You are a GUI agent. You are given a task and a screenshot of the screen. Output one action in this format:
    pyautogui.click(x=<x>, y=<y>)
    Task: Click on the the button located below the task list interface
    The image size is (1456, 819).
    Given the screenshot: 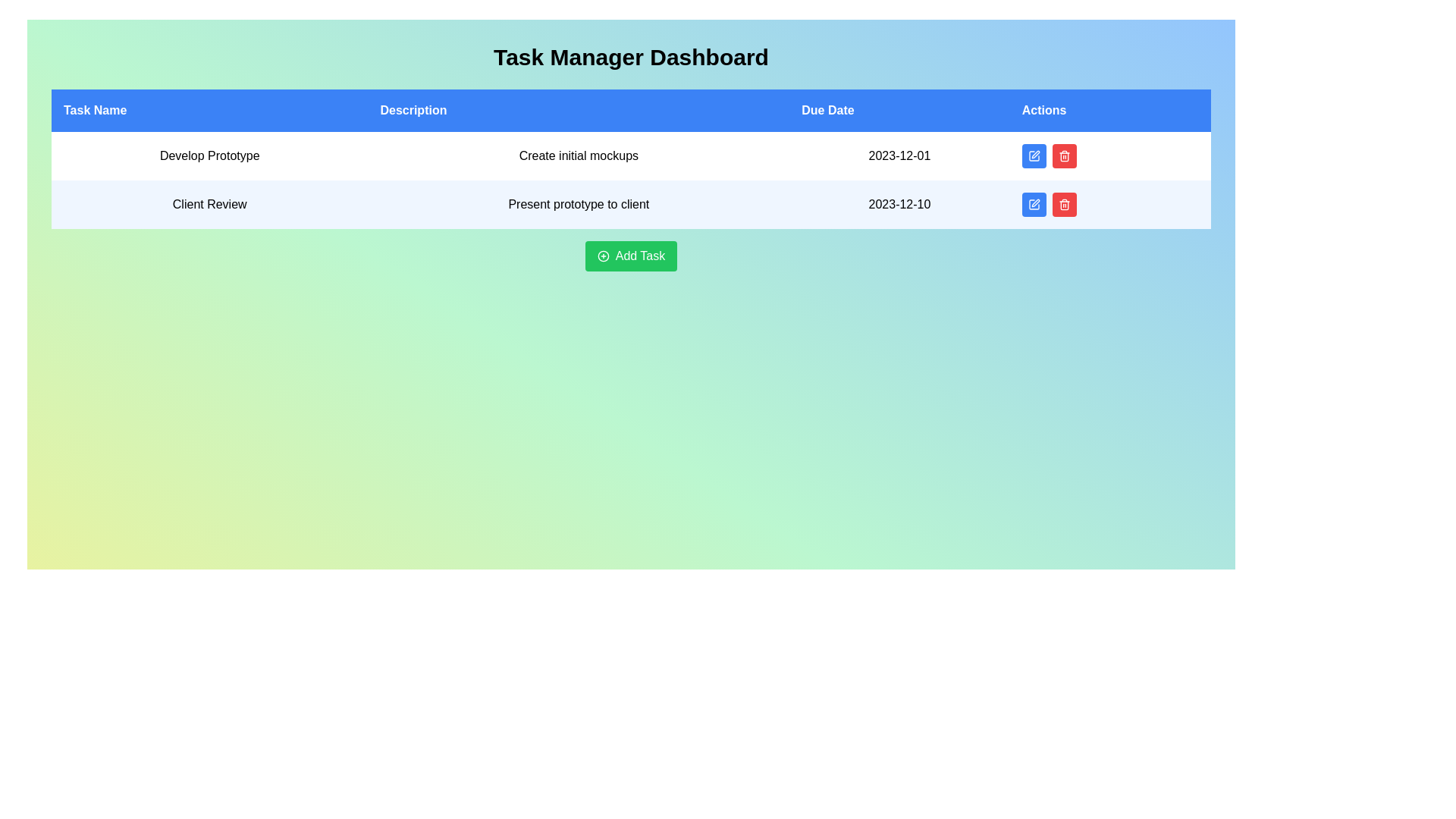 What is the action you would take?
    pyautogui.click(x=631, y=256)
    